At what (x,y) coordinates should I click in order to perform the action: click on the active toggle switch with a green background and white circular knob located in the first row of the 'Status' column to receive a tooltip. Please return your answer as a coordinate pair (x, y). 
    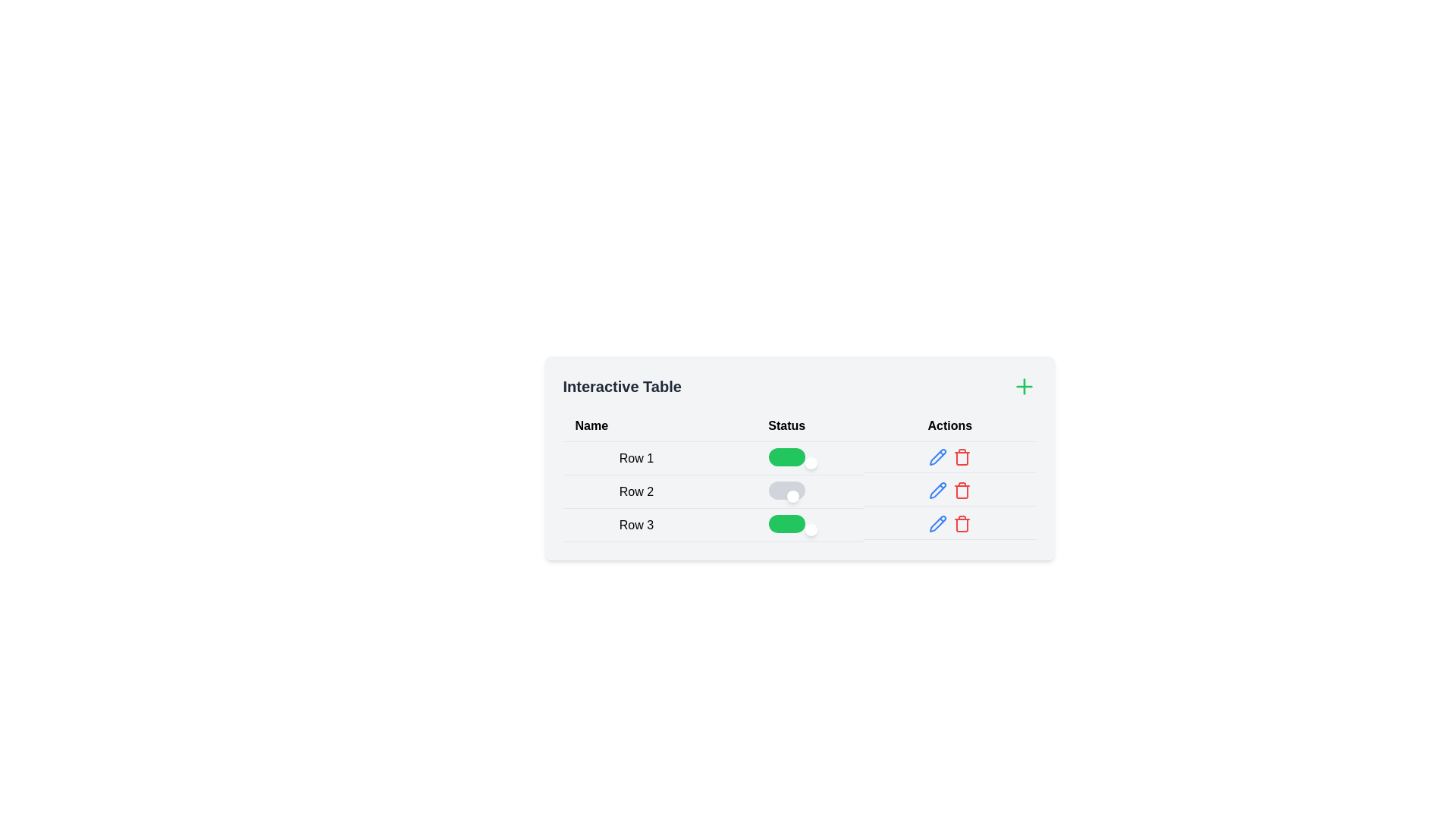
    Looking at the image, I should click on (799, 457).